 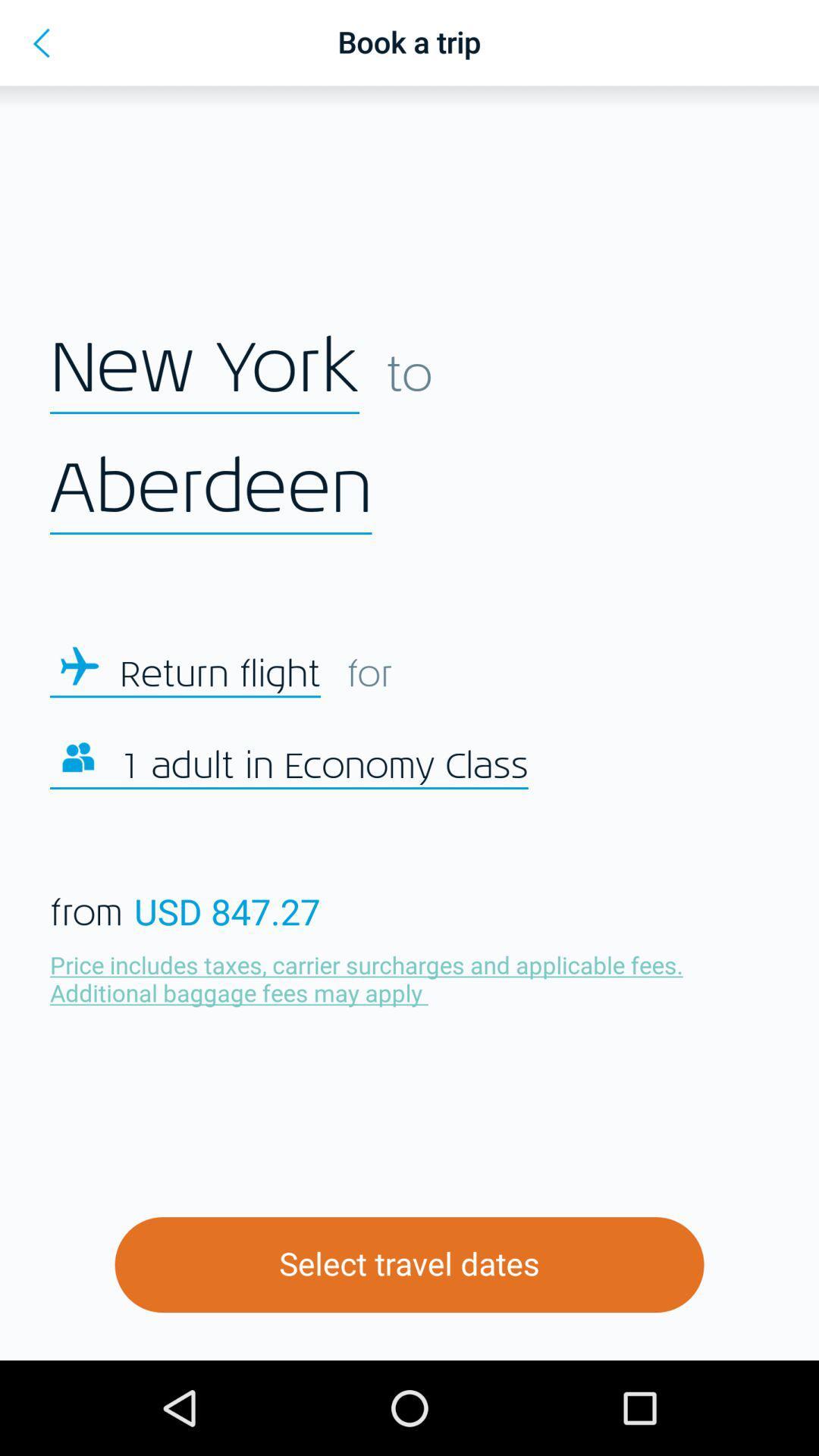 I want to click on icon above the 1 adult in, so click(x=220, y=674).